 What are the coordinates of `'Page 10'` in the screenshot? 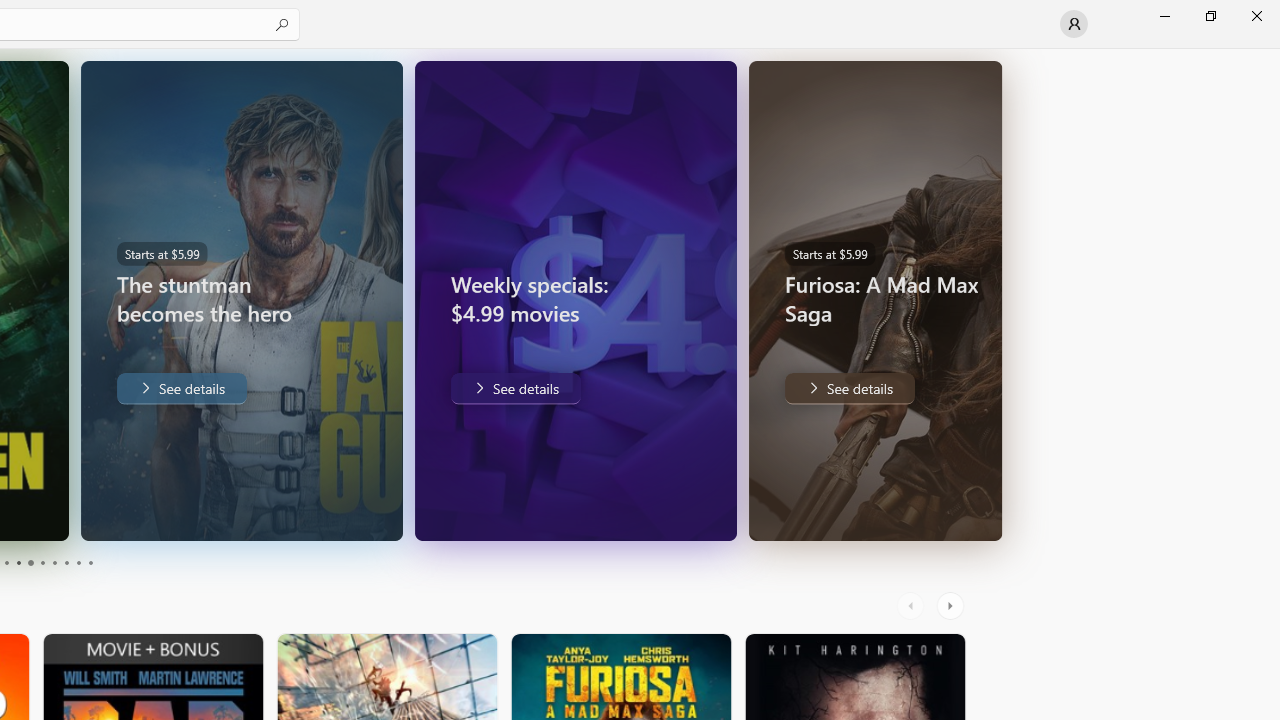 It's located at (89, 563).